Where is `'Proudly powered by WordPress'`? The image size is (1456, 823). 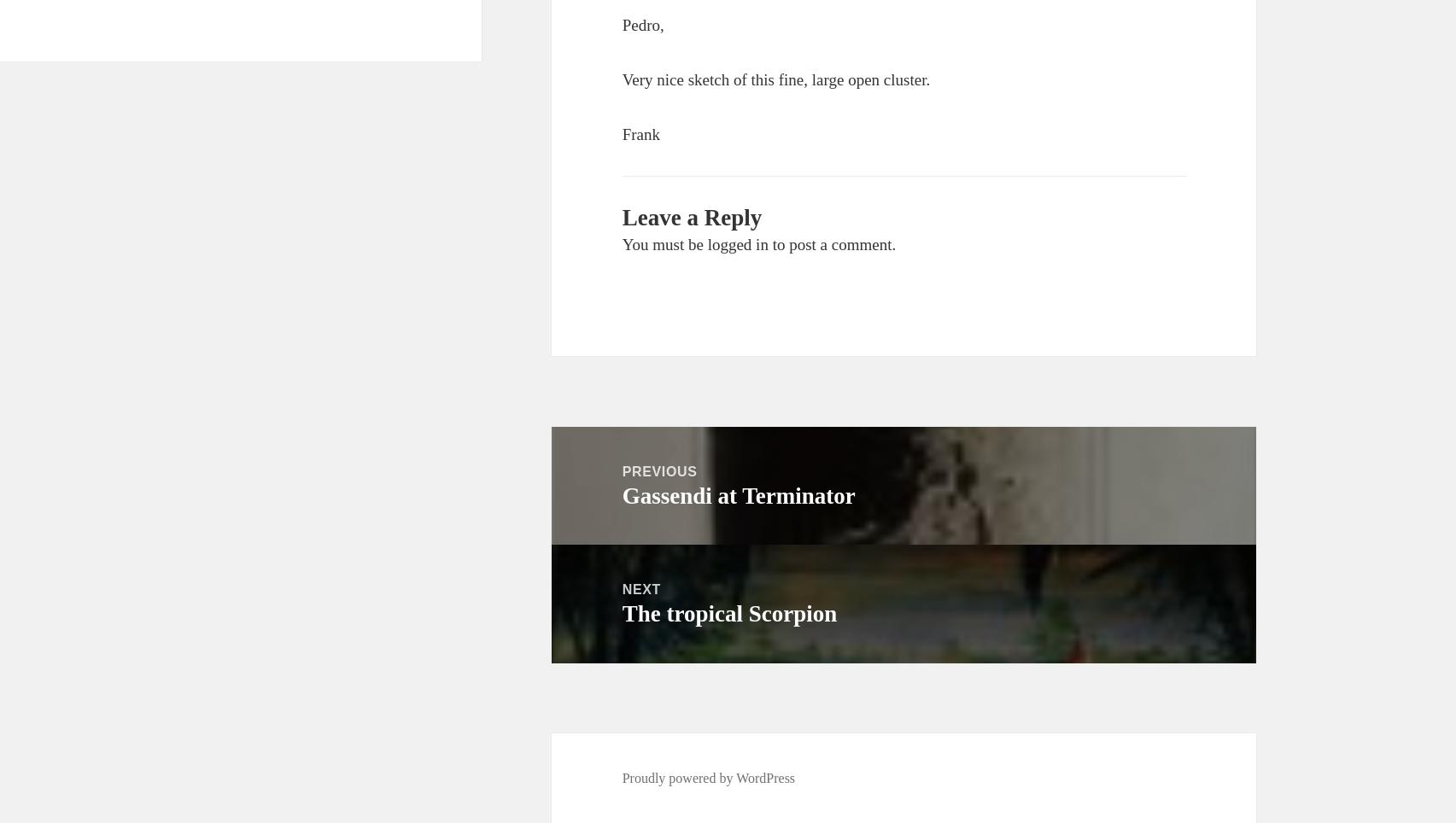 'Proudly powered by WordPress' is located at coordinates (708, 777).